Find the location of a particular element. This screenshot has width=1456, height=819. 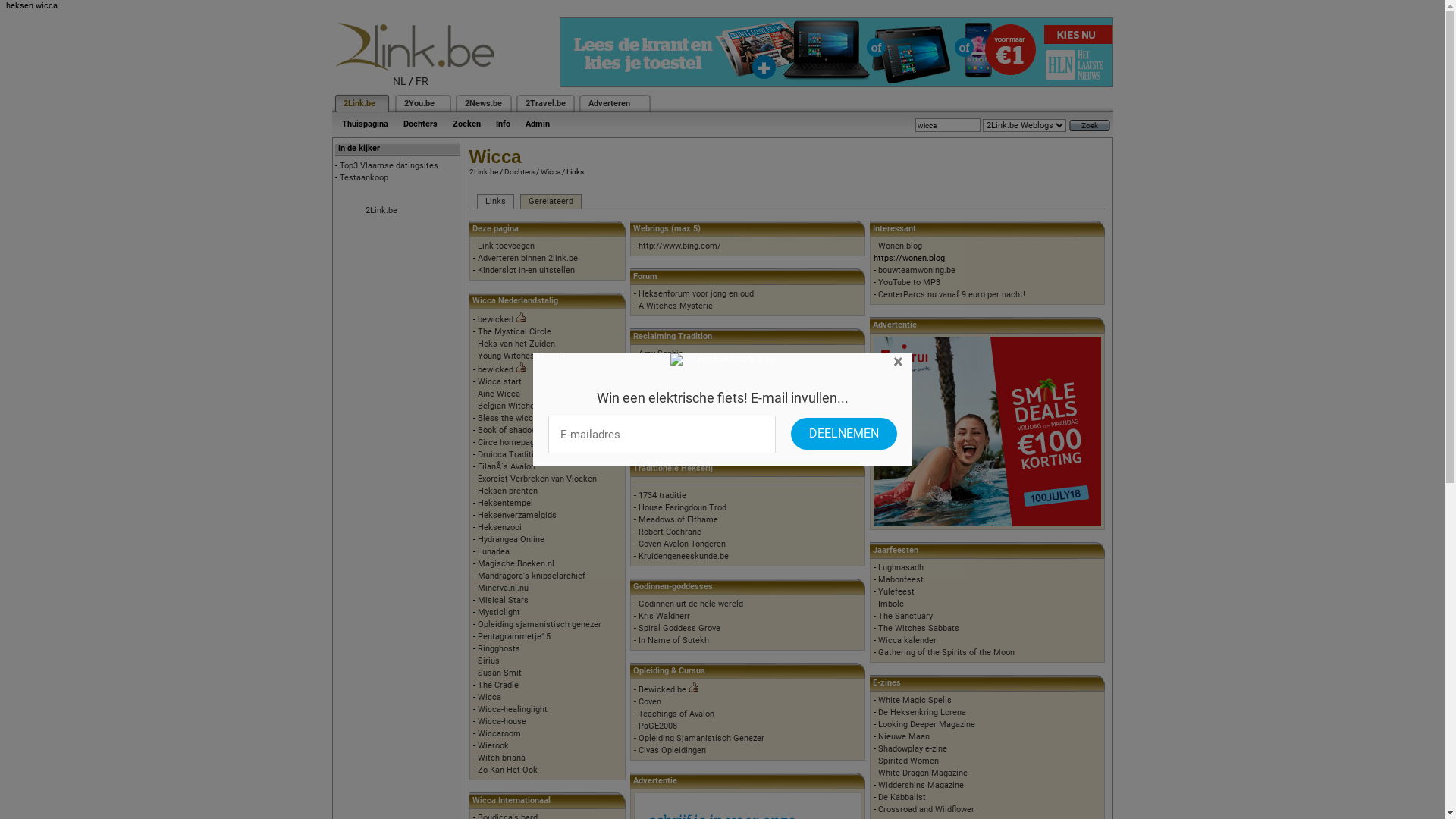

'In Name of Sutekh' is located at coordinates (673, 640).